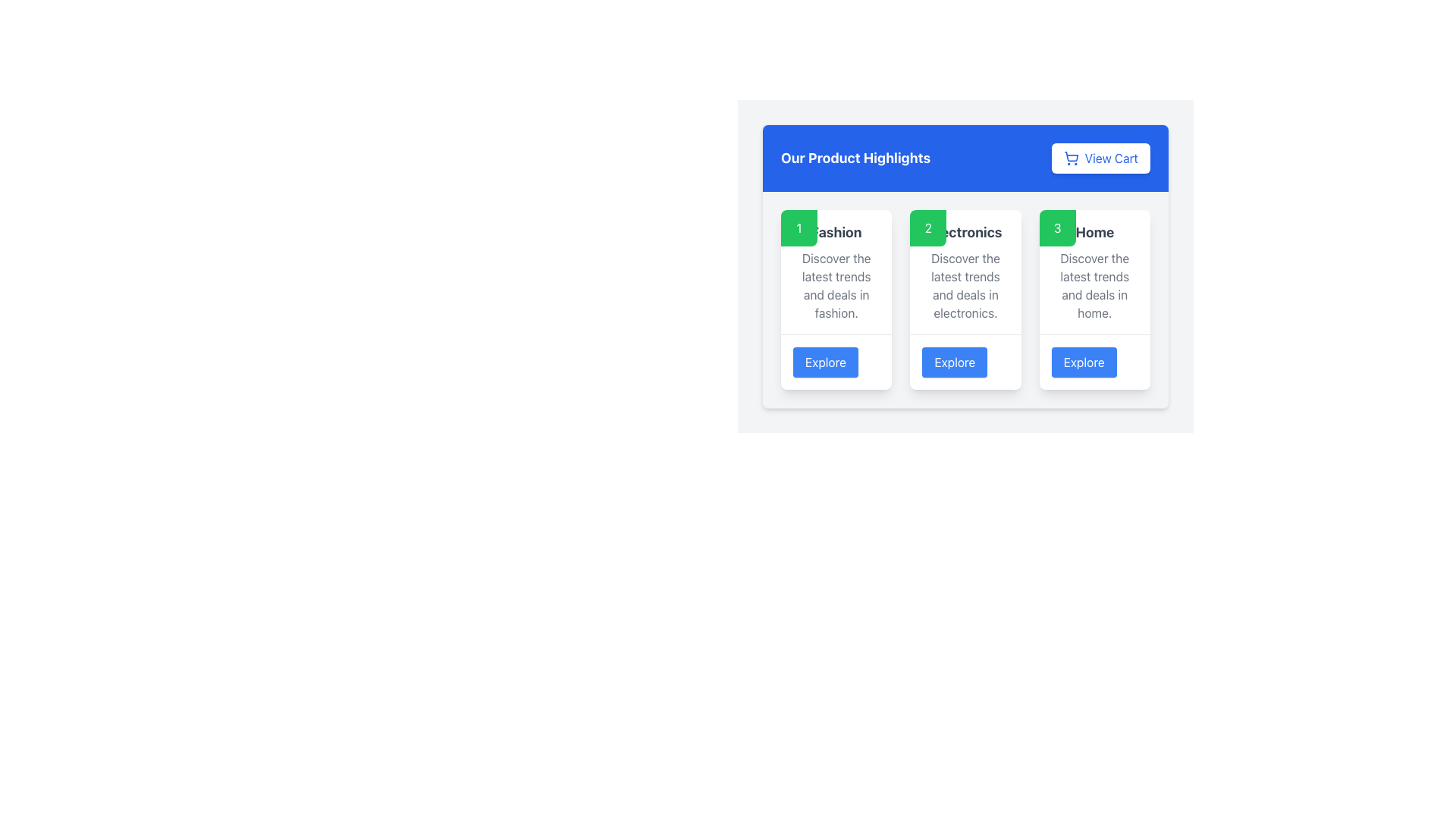  I want to click on paragraph of gray text that states 'Discover the latest trends and deals in home.' located centrally within the 'Home' card, so click(1094, 286).